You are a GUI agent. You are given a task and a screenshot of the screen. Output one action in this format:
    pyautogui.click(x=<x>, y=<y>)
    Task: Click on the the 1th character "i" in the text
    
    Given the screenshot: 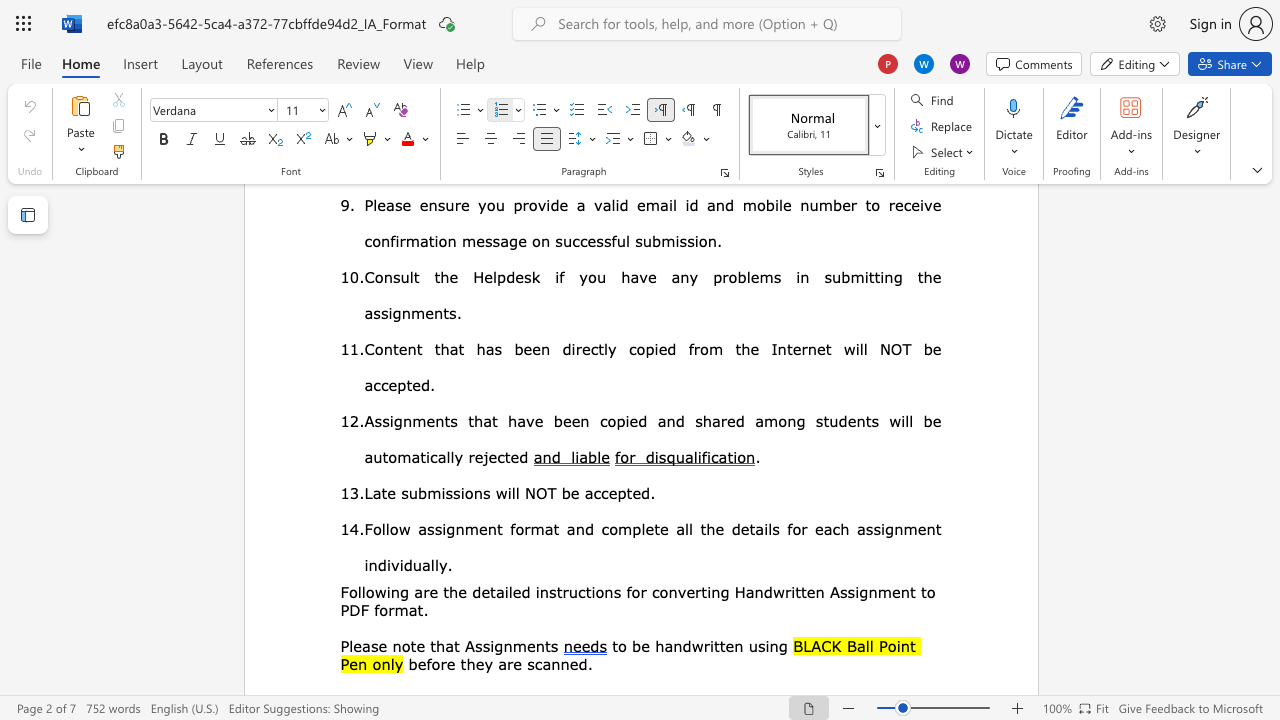 What is the action you would take?
    pyautogui.click(x=388, y=590)
    